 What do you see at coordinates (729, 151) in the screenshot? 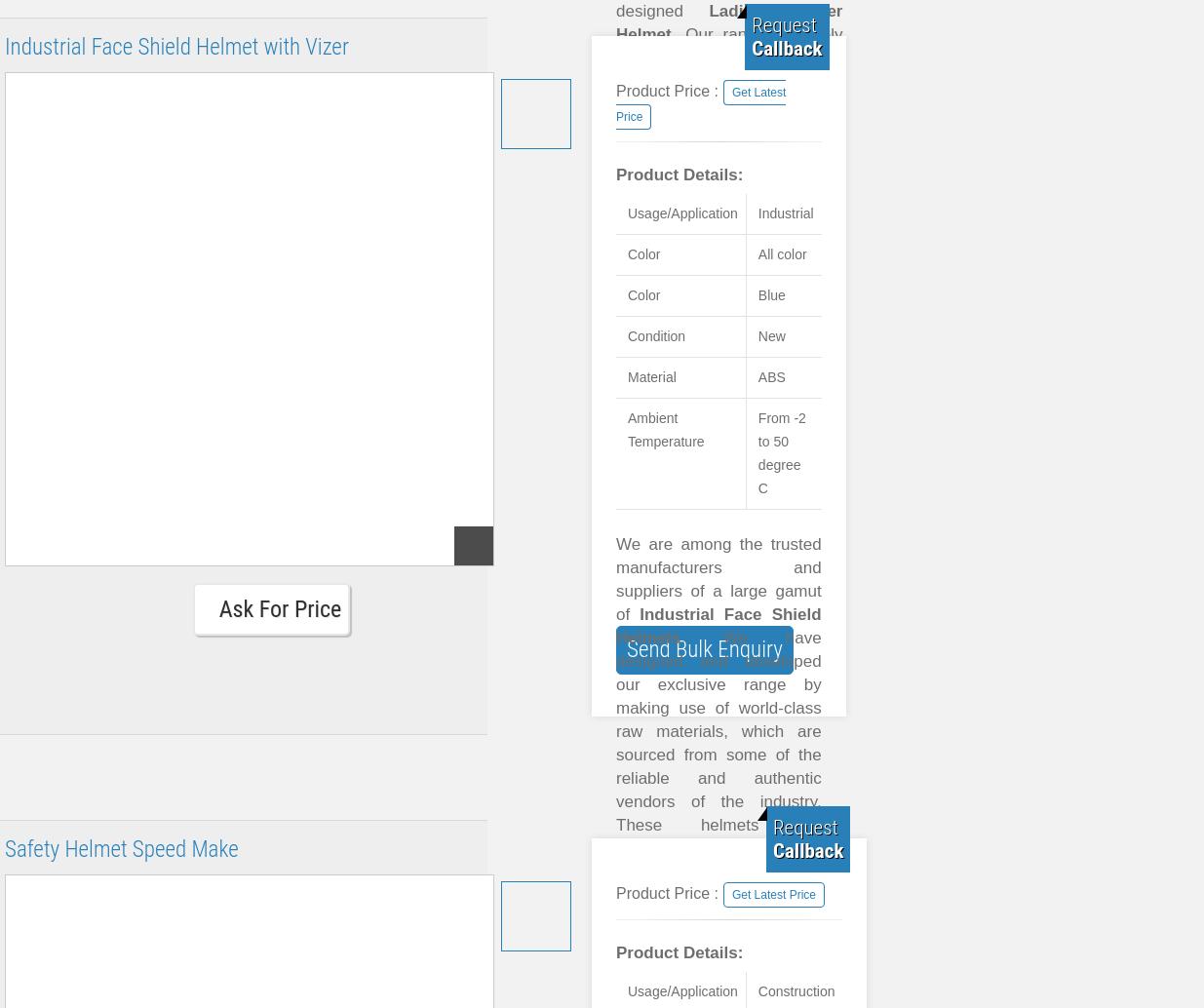
I see `'. Our range is widely acclaimed for their wear and tear resistance, durability, strong construction, lightweight, longer serving life and comfortable fittings. Clients can avail our comprehensive range of diverse specifications and at most reasonable rates as per their requirements.'` at bounding box center [729, 151].